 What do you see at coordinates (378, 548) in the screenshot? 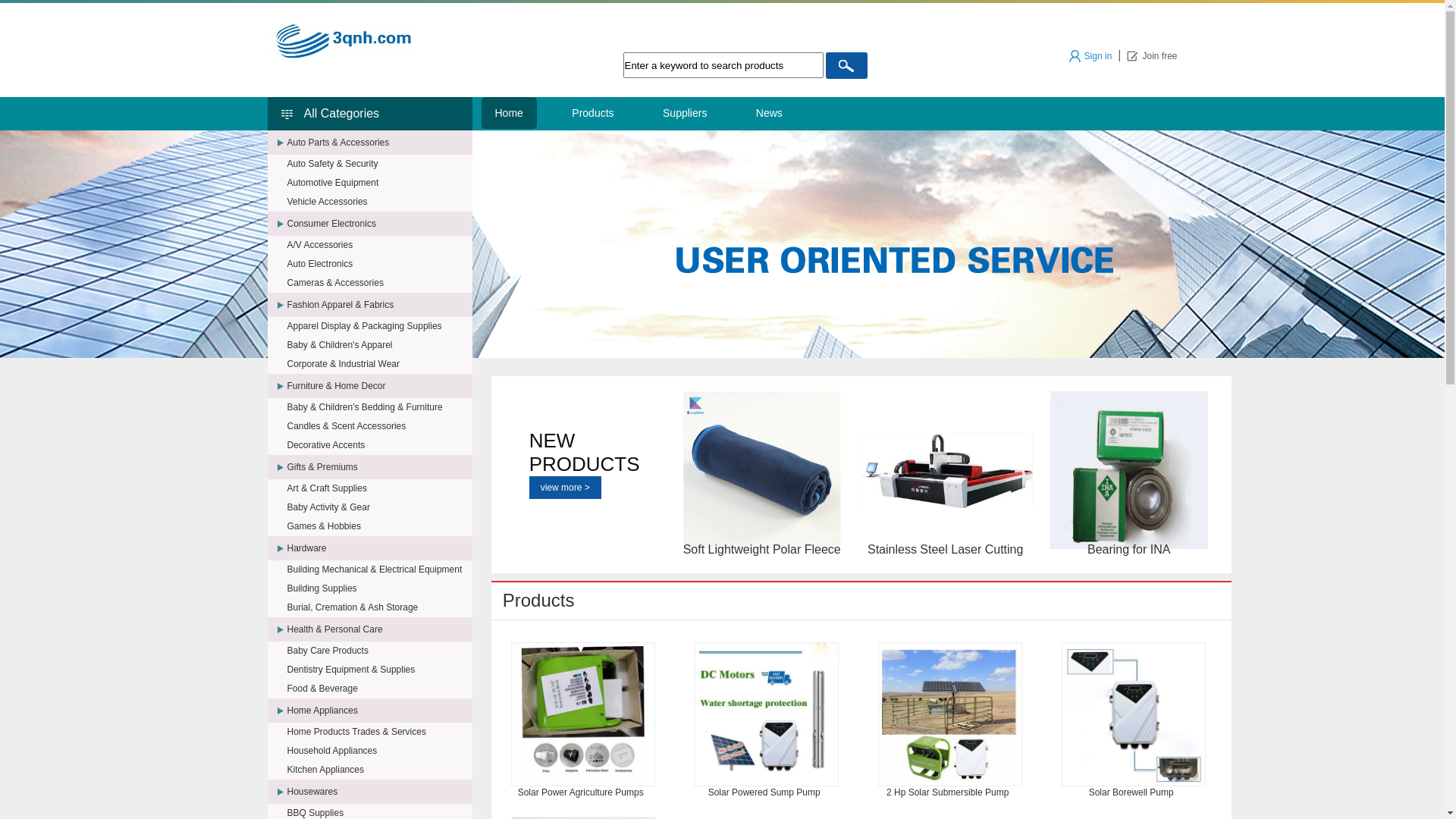
I see `'Hardware'` at bounding box center [378, 548].